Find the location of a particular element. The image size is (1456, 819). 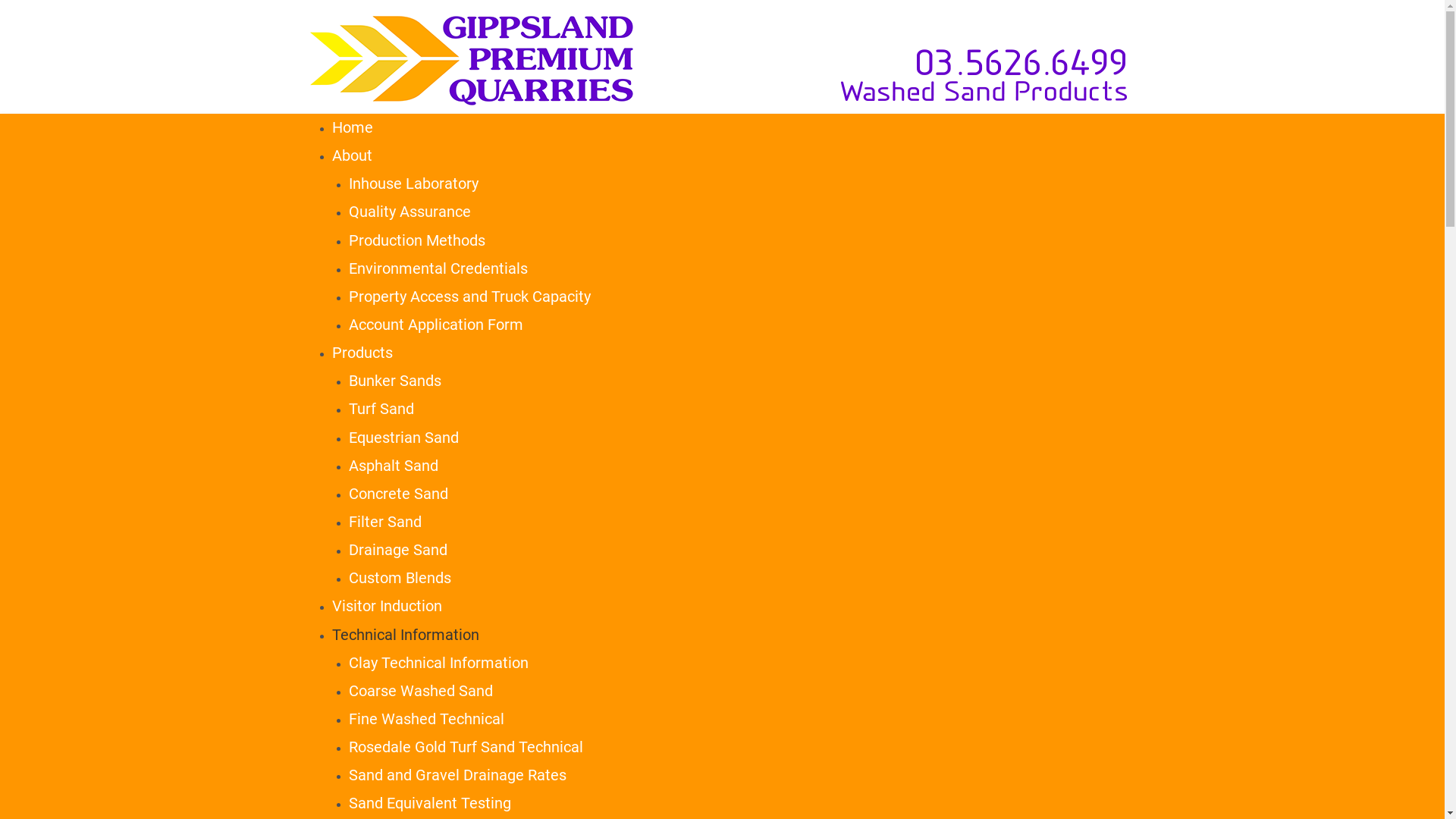

'Equestrian Sand' is located at coordinates (403, 438).